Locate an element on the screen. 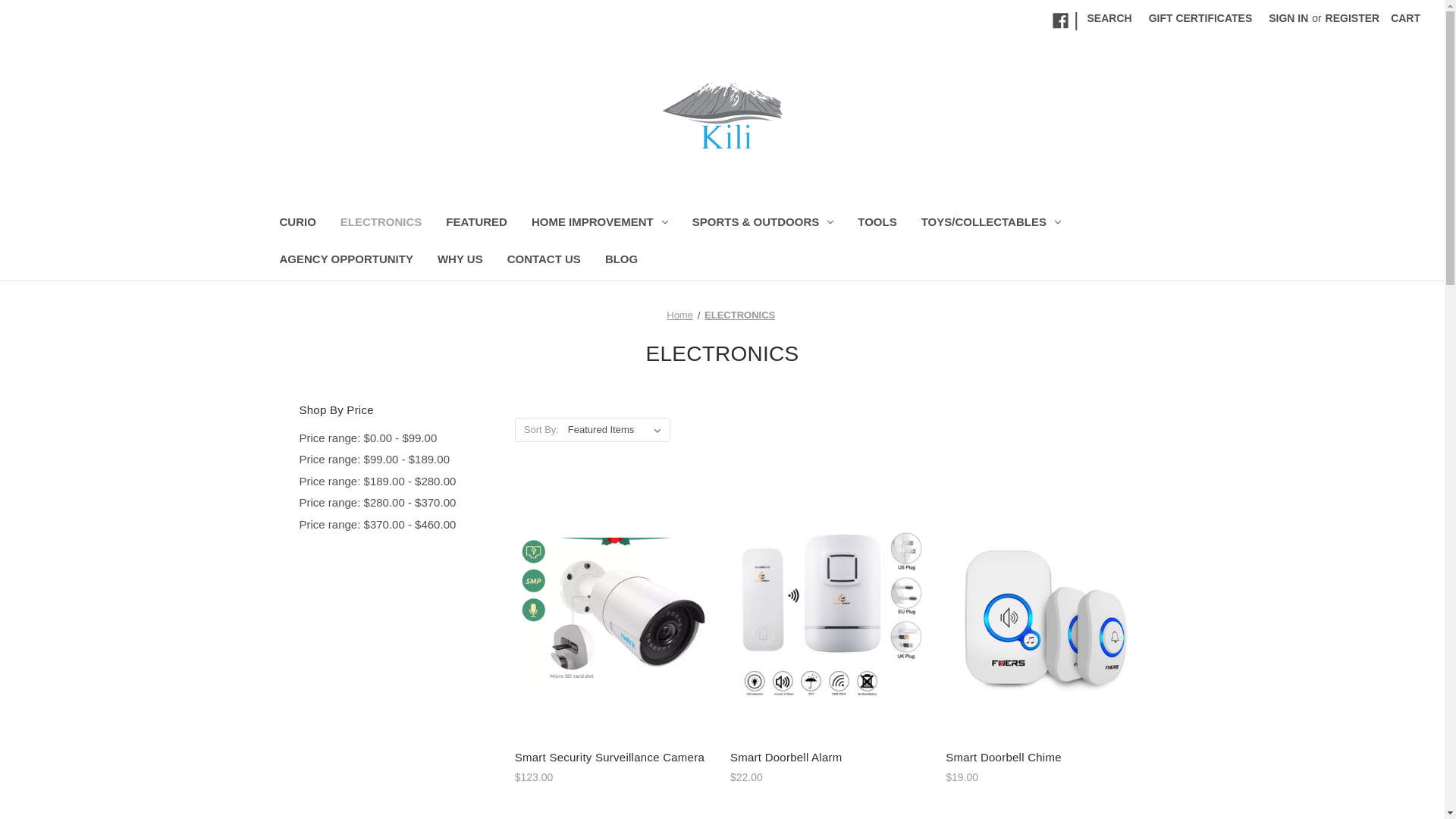 The height and width of the screenshot is (819, 1456). 'Home' is located at coordinates (679, 314).